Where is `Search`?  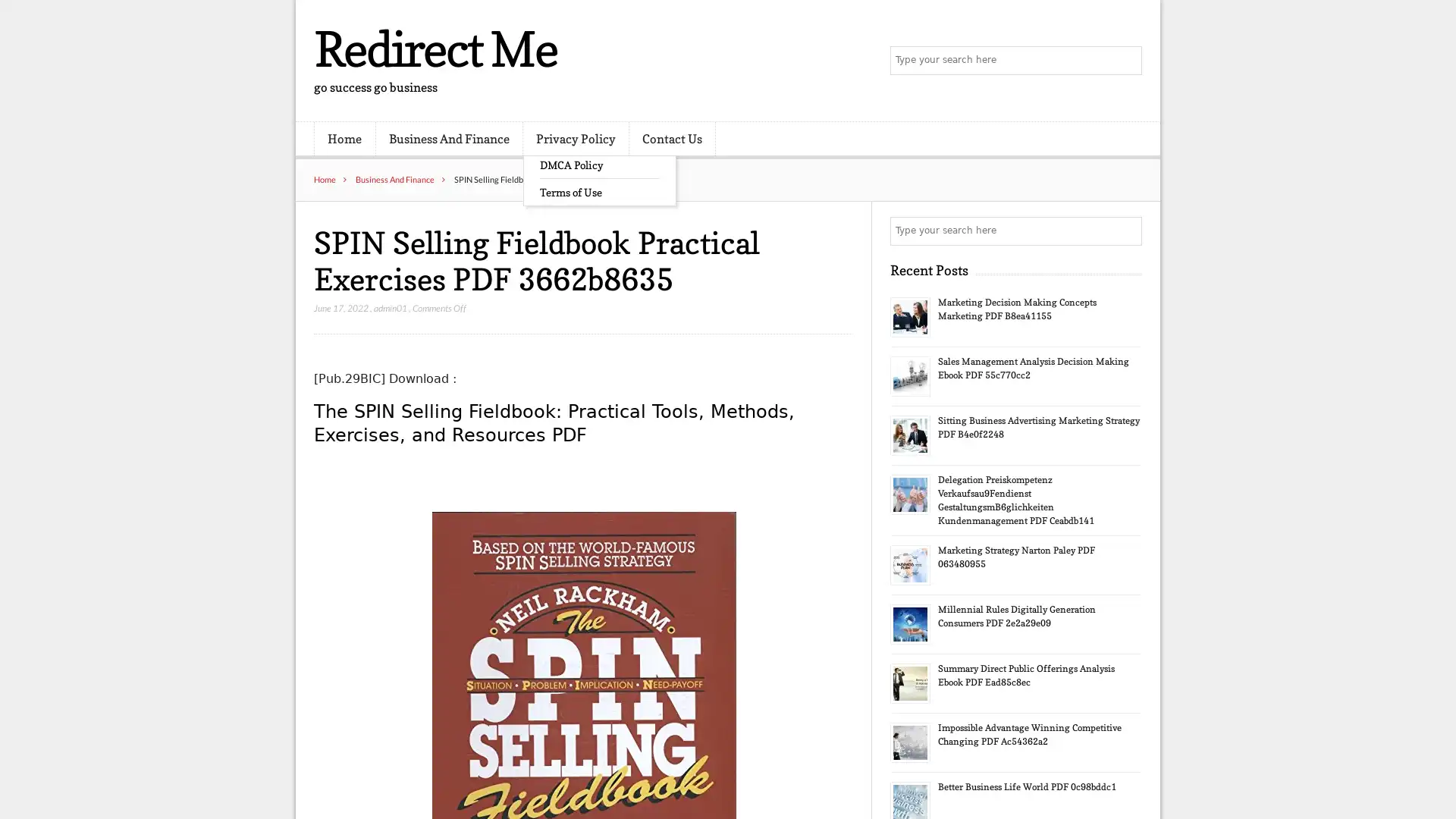 Search is located at coordinates (1126, 61).